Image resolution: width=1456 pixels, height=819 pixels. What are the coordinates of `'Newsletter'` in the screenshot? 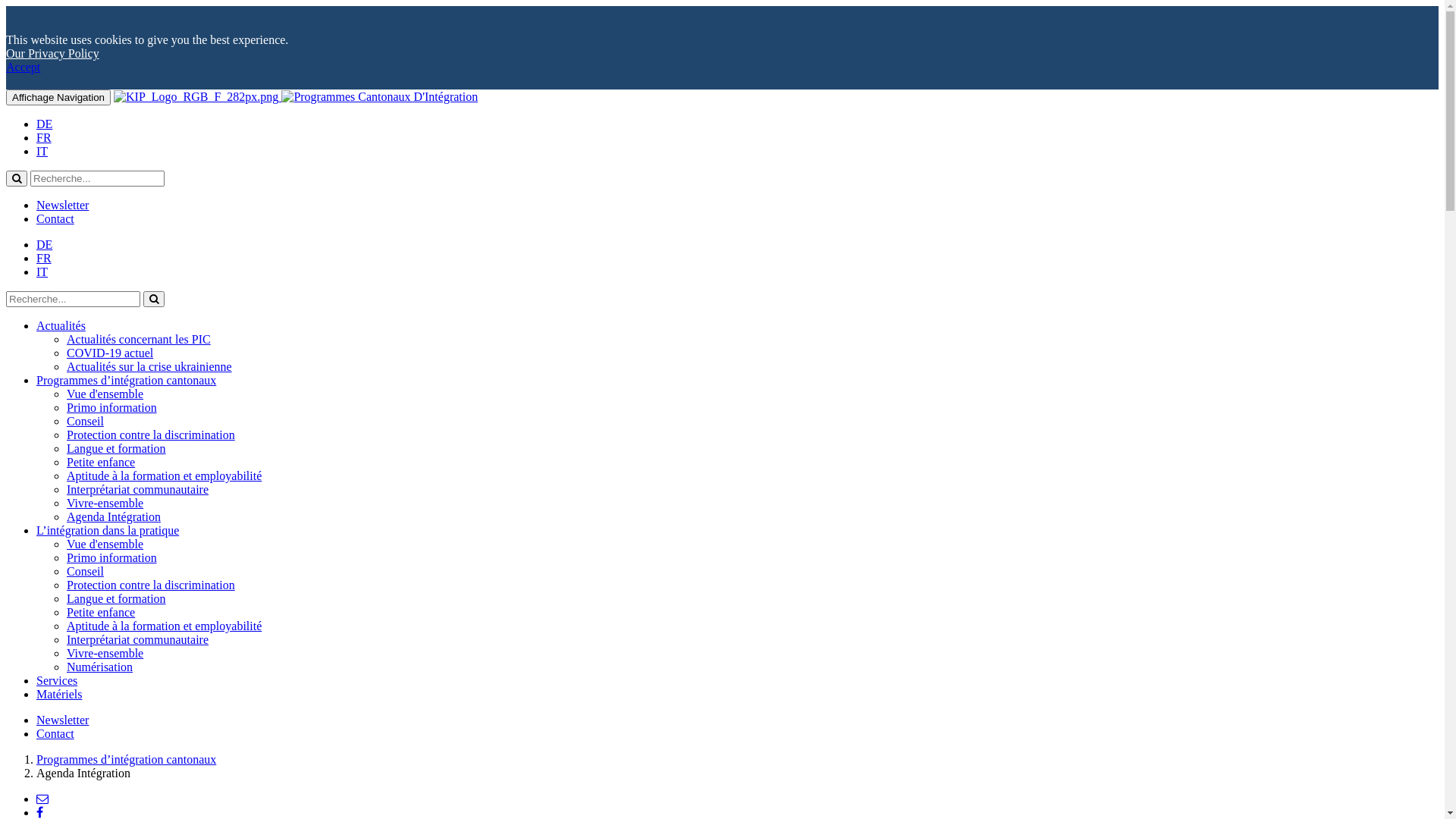 It's located at (61, 205).